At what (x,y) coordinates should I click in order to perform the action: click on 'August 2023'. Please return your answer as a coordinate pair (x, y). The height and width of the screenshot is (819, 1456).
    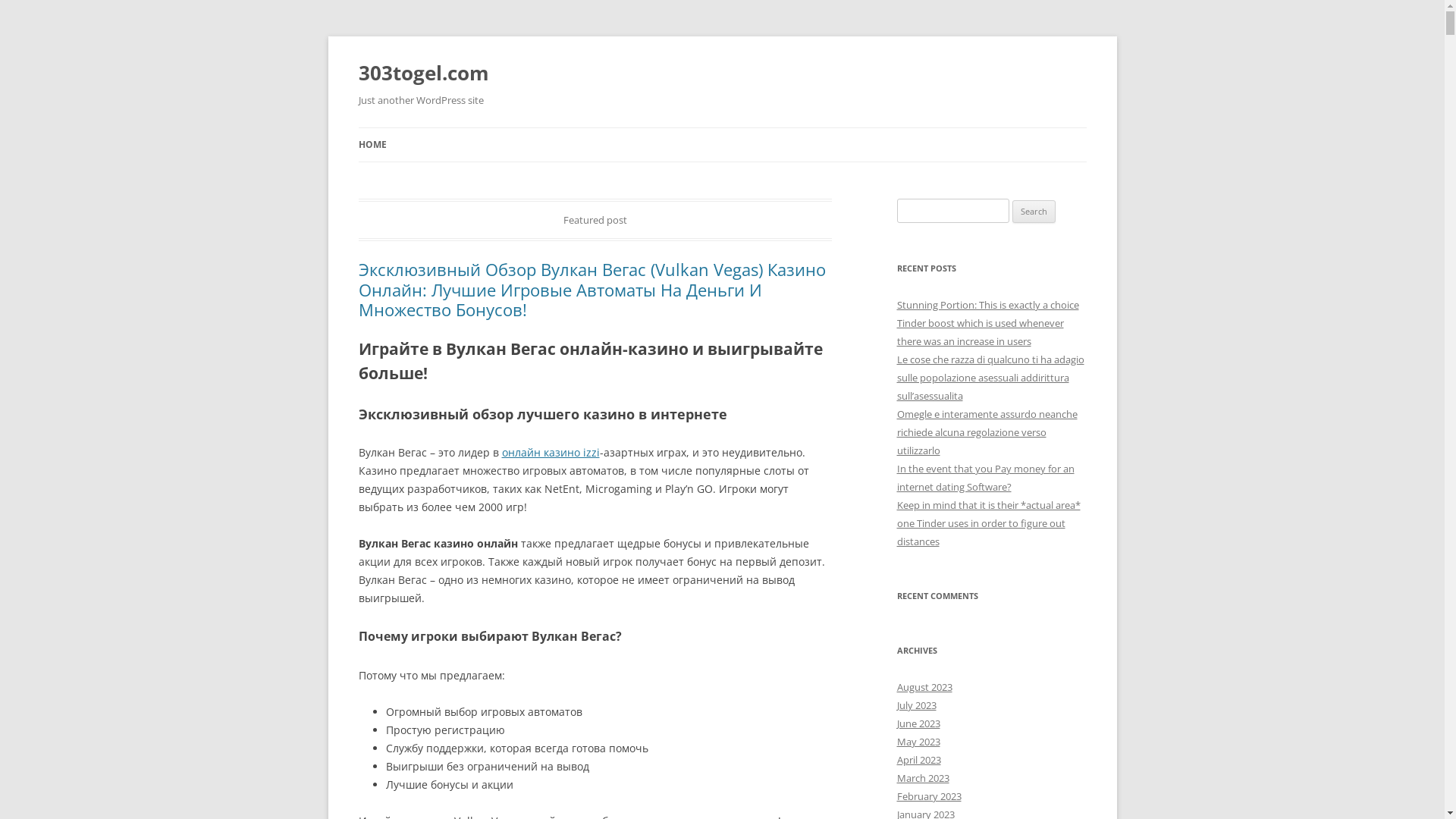
    Looking at the image, I should click on (923, 687).